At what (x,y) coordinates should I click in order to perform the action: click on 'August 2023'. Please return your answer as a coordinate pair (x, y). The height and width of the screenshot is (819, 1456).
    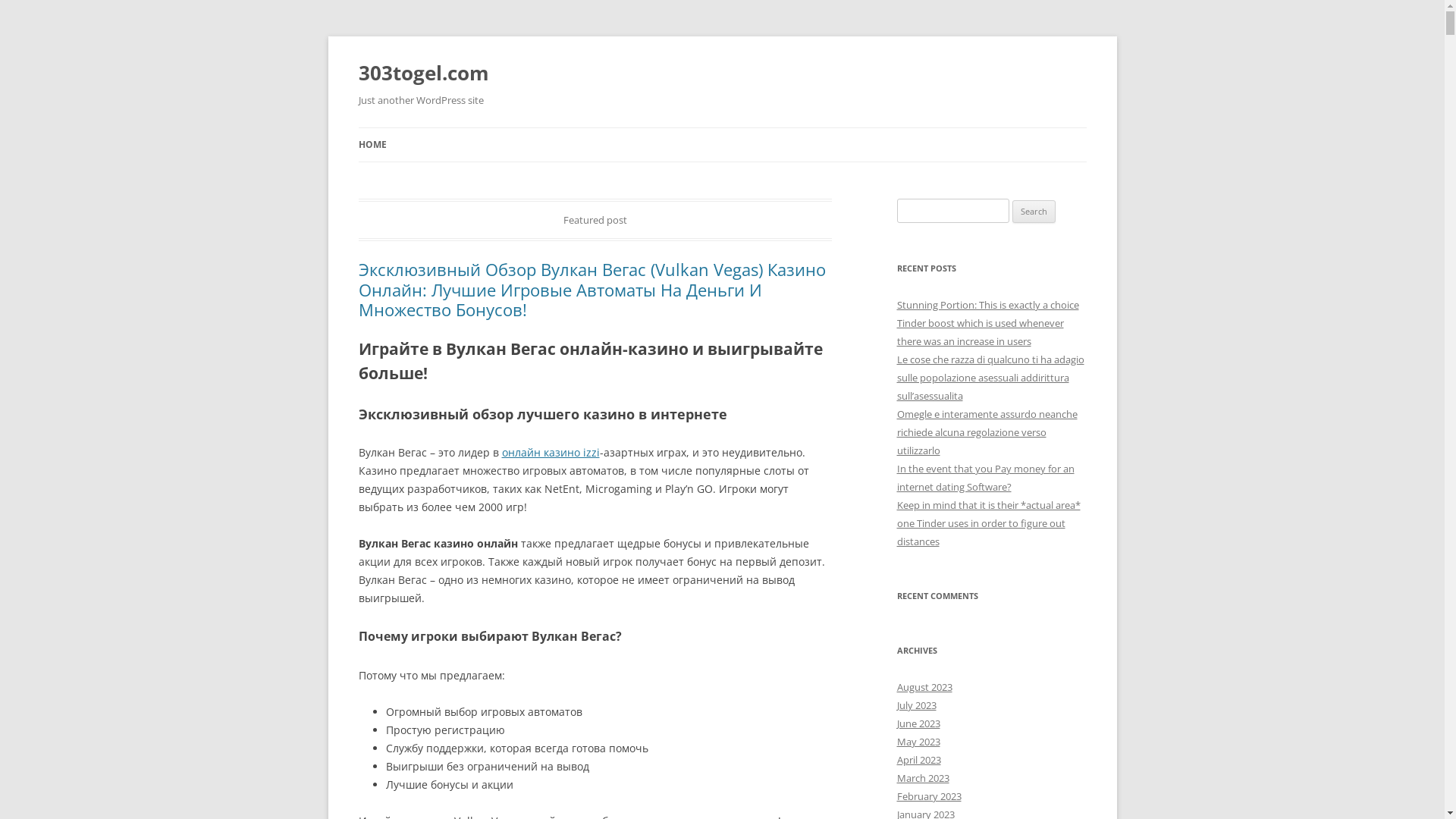
    Looking at the image, I should click on (923, 687).